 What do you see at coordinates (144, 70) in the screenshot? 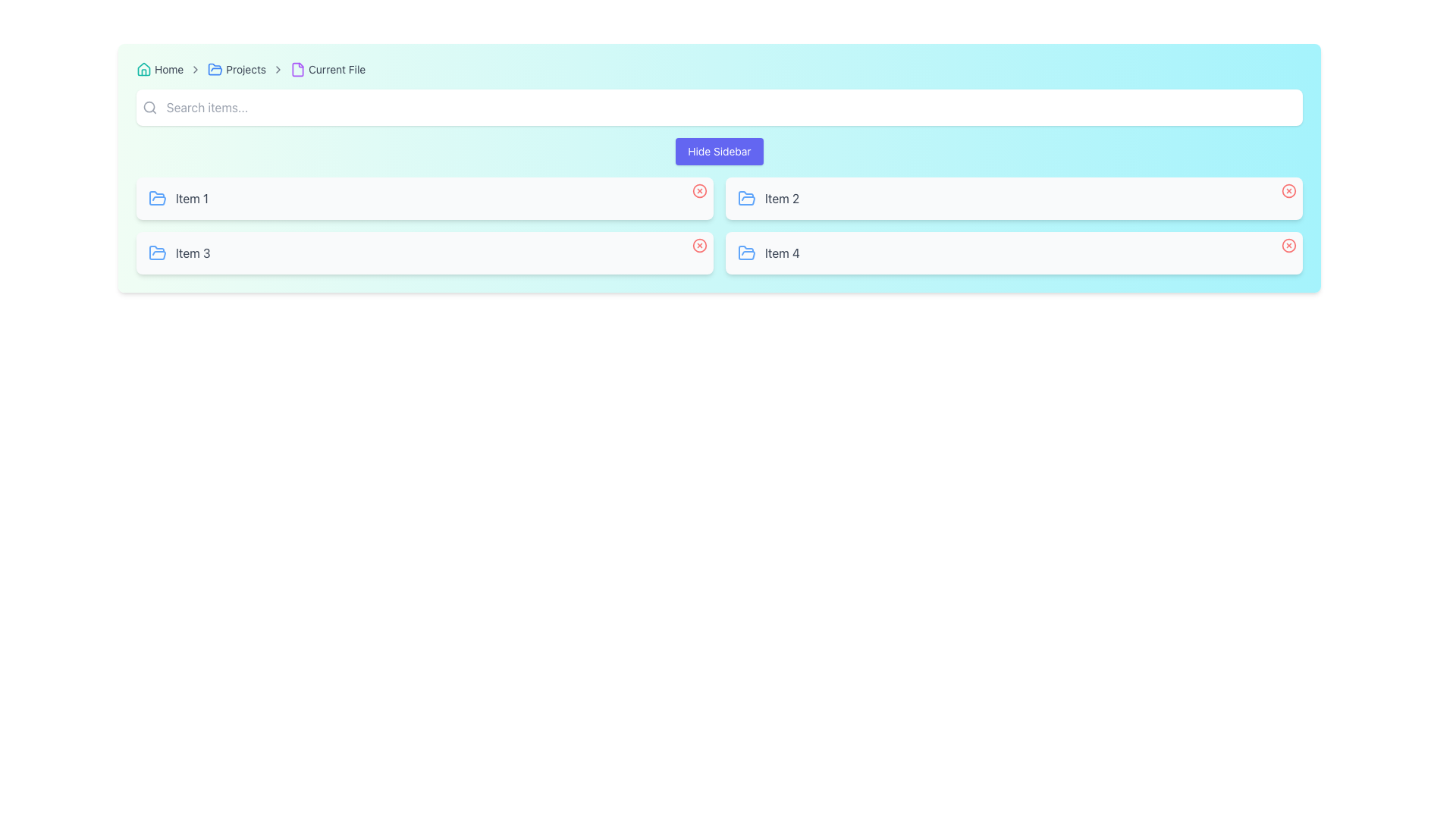
I see `the 'Home' icon in the breadcrumb navigation bar, which serves as a navigational aid to redirect to the main interface or dashboard` at bounding box center [144, 70].